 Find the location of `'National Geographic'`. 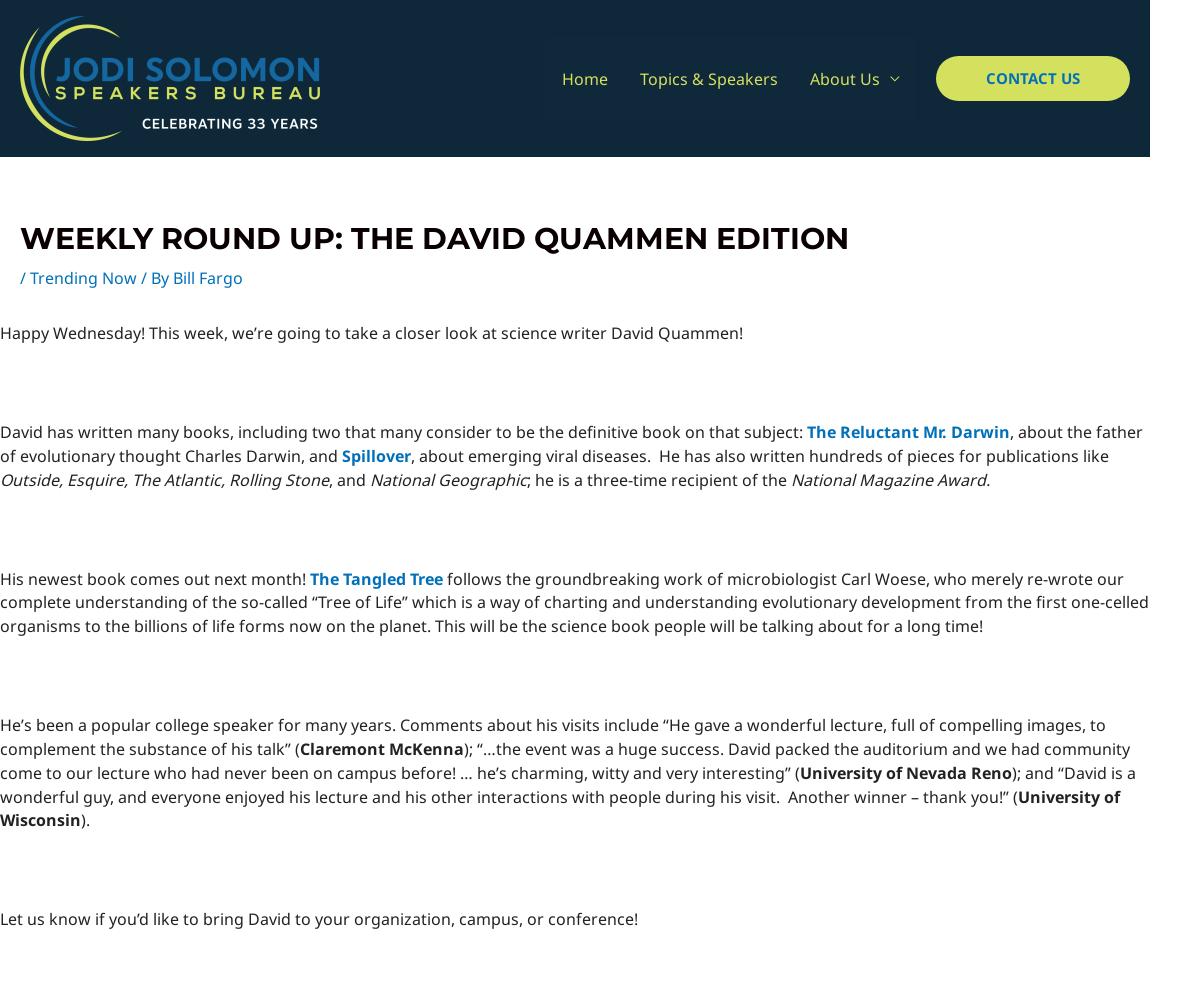

'National Geographic' is located at coordinates (368, 478).